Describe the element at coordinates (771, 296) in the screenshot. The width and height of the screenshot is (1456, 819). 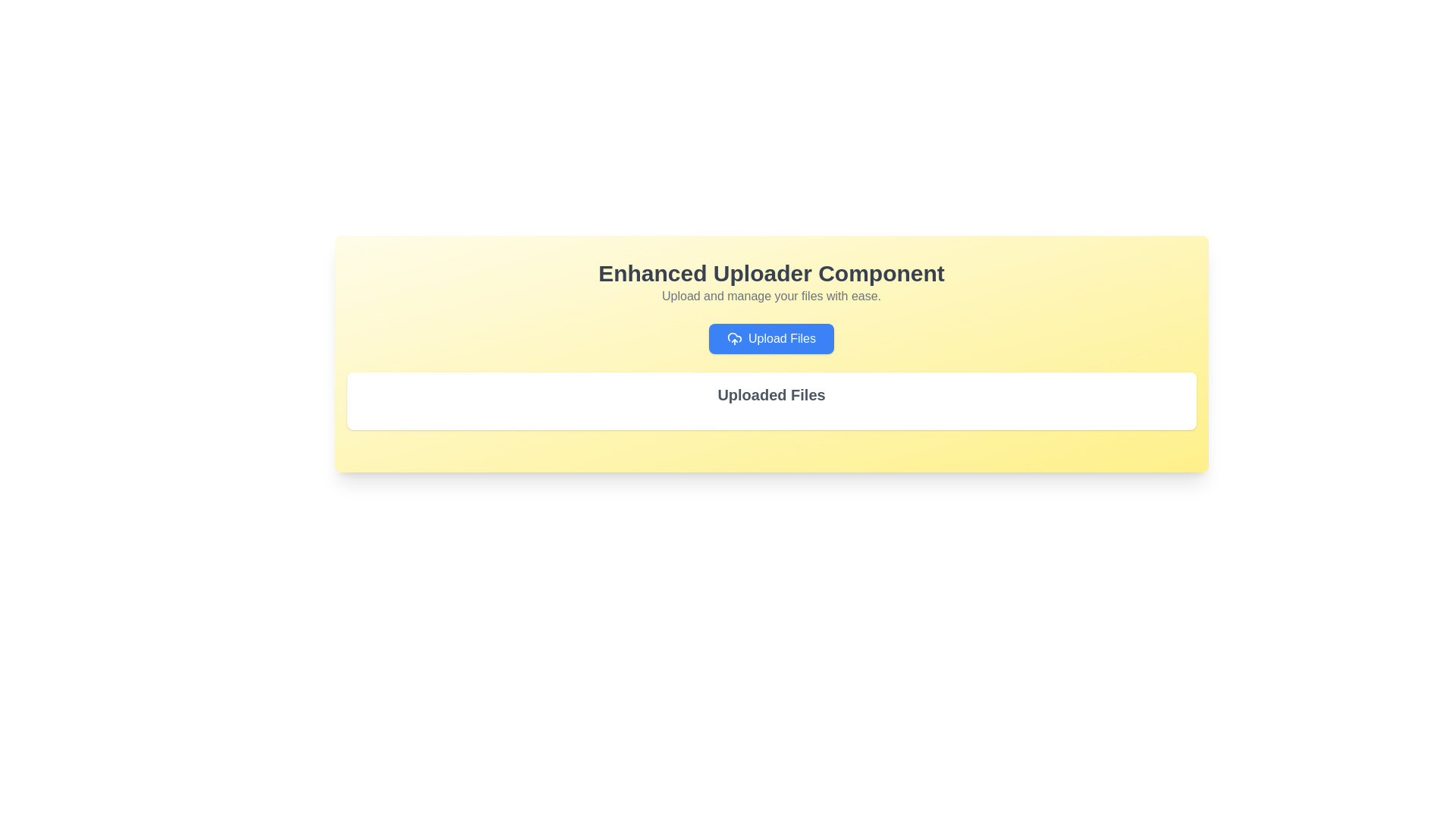
I see `the Text label that serves as a descriptive subtitle for the 'Enhanced Uploader Component', positioned directly below it and centered in the yellow-highlighted card` at that location.